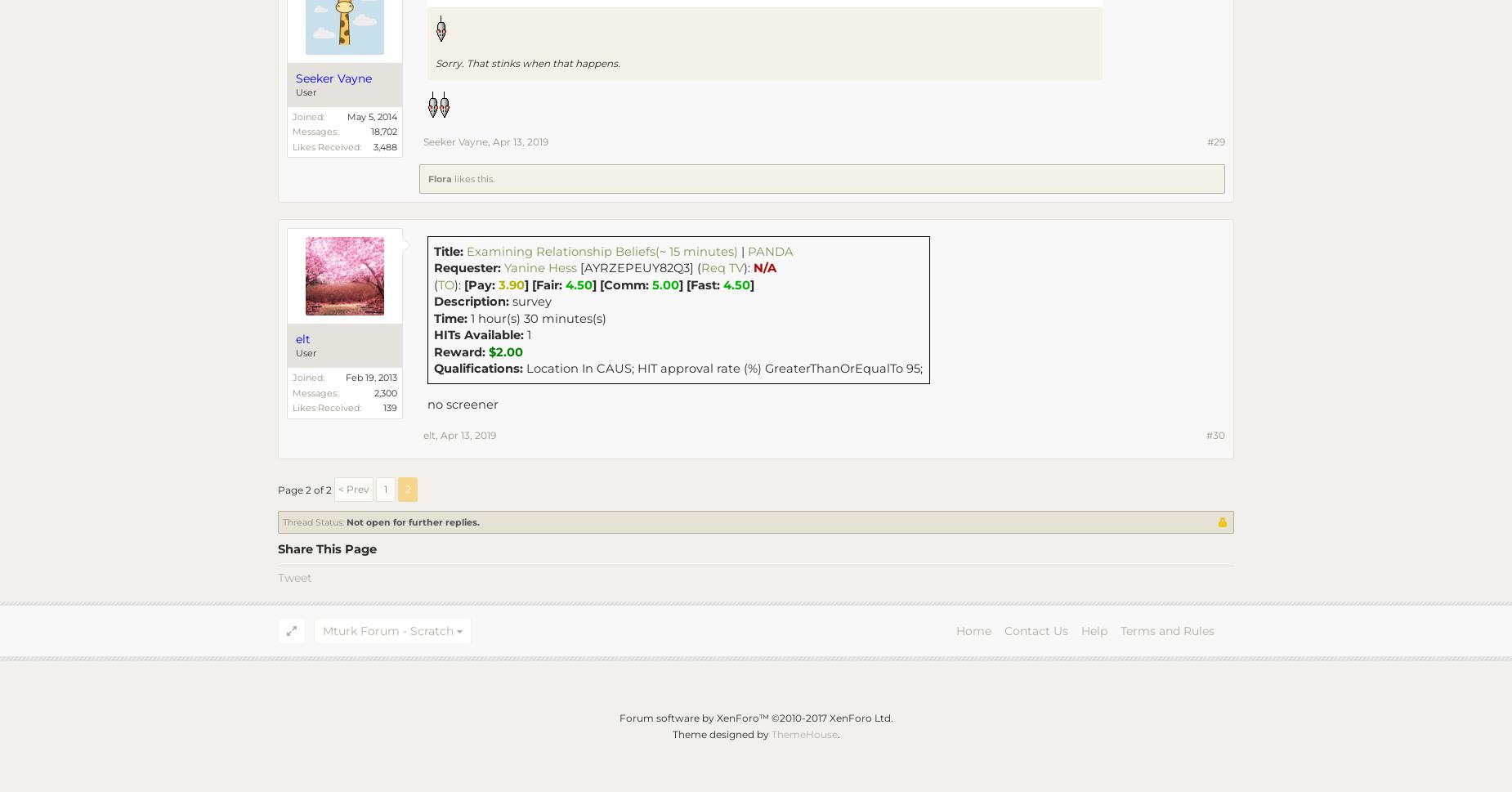 This screenshot has height=792, width=1512. I want to click on 'Description:', so click(433, 301).